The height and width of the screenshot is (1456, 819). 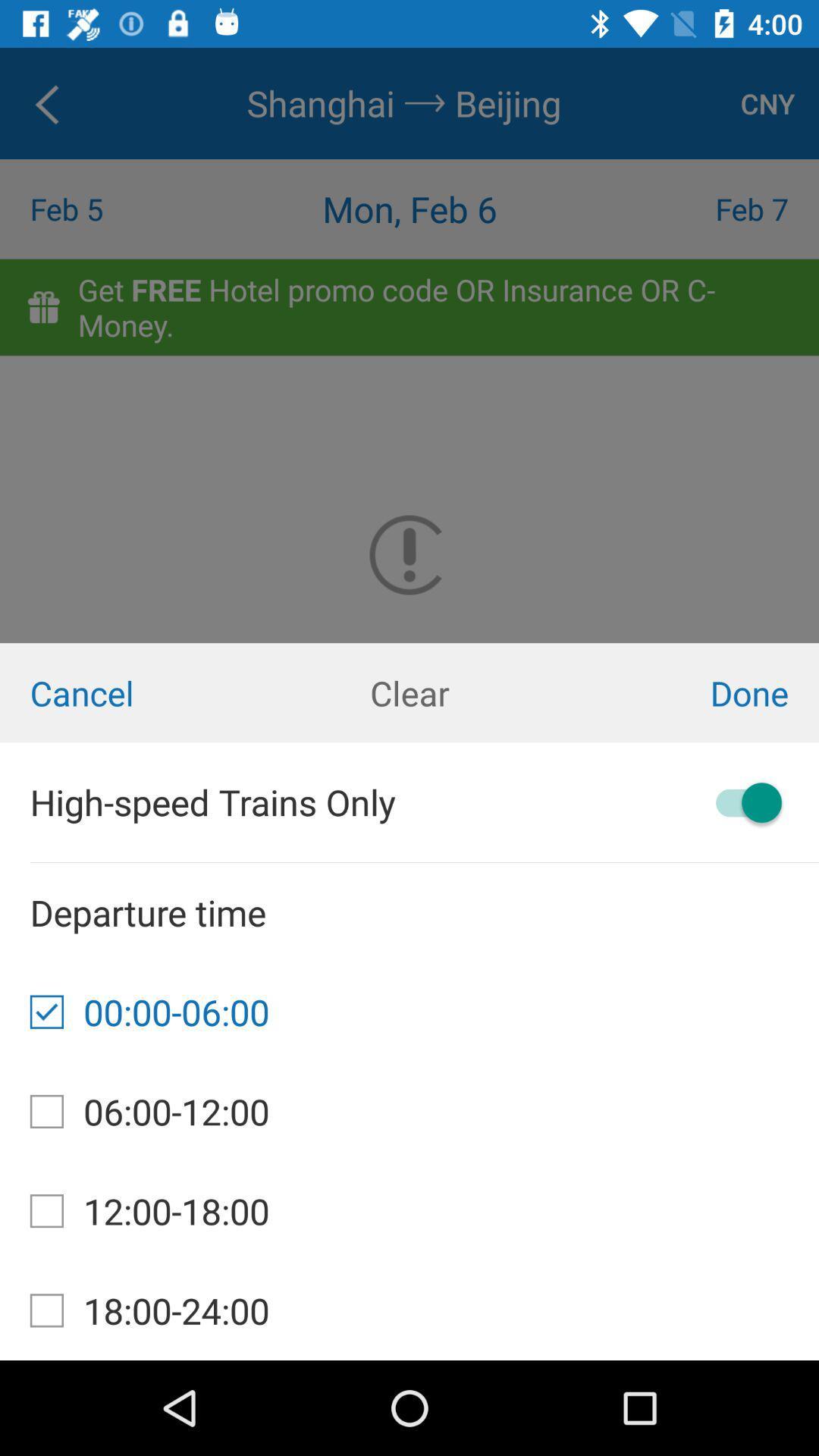 I want to click on item next to the clear item, so click(x=681, y=692).